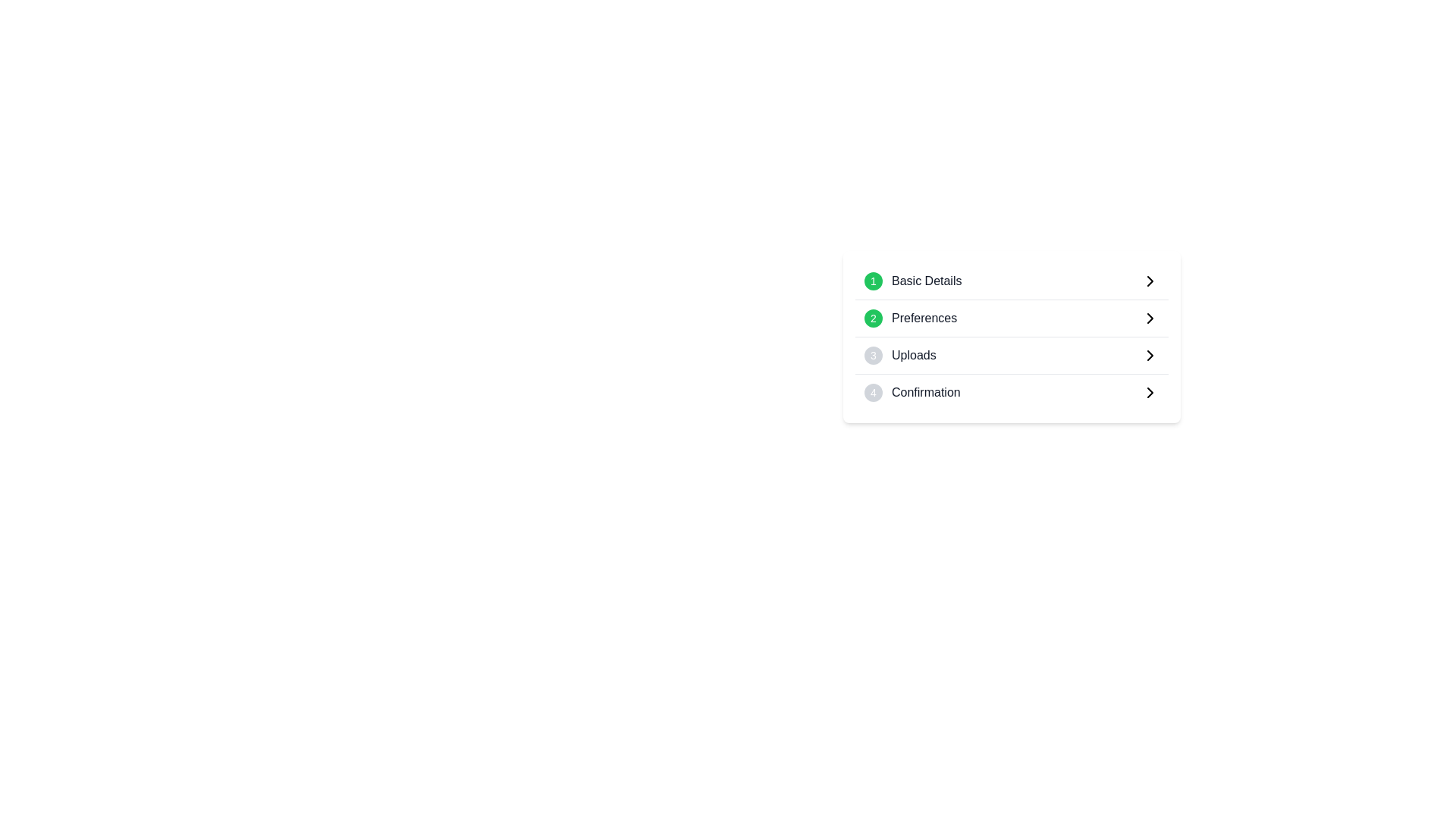  I want to click on the right-facing chevron arrow icon located at the far right of the '1 Basic Details' row, so click(1150, 281).